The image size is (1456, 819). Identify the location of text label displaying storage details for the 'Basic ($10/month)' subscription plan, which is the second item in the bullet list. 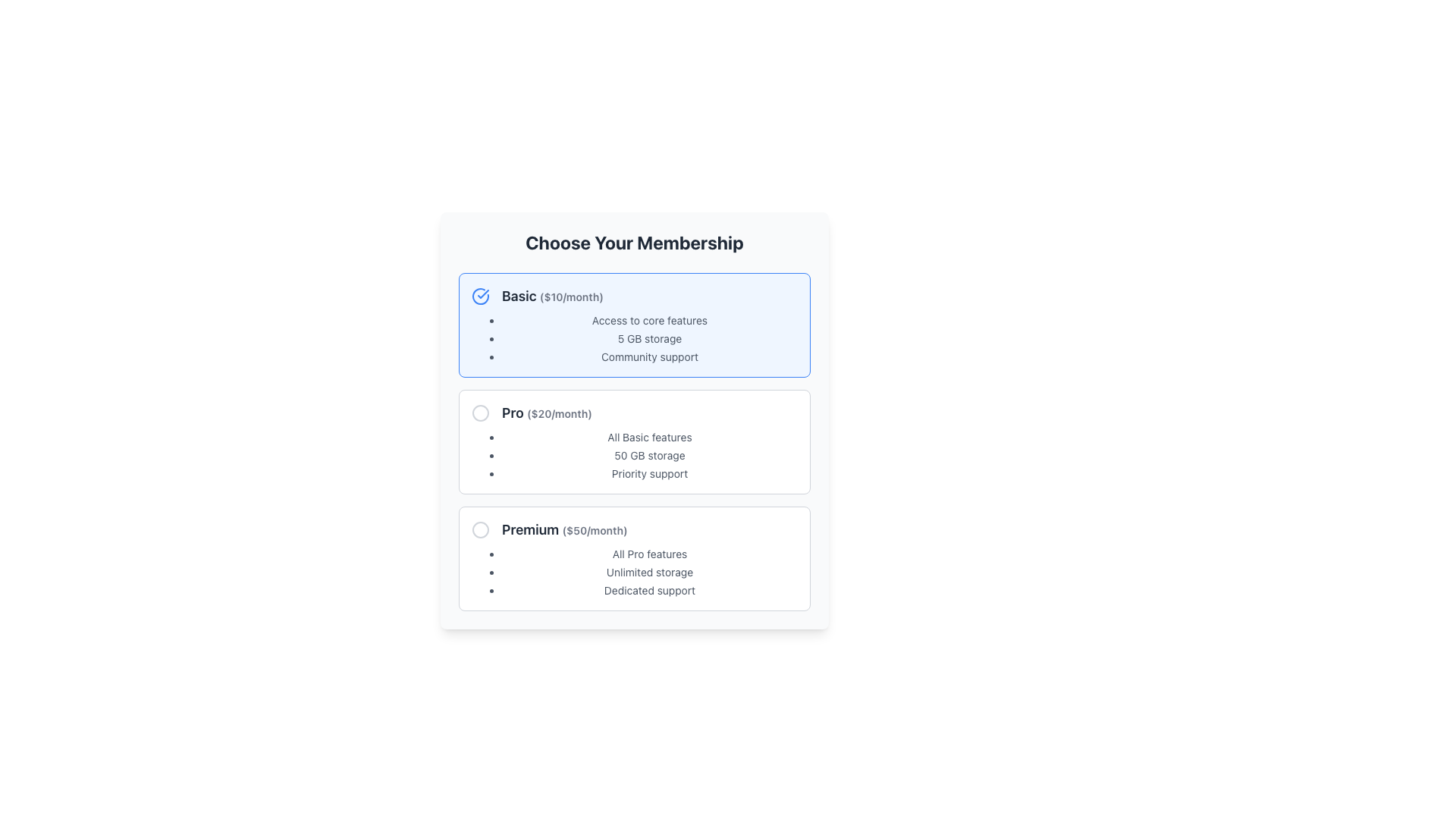
(650, 338).